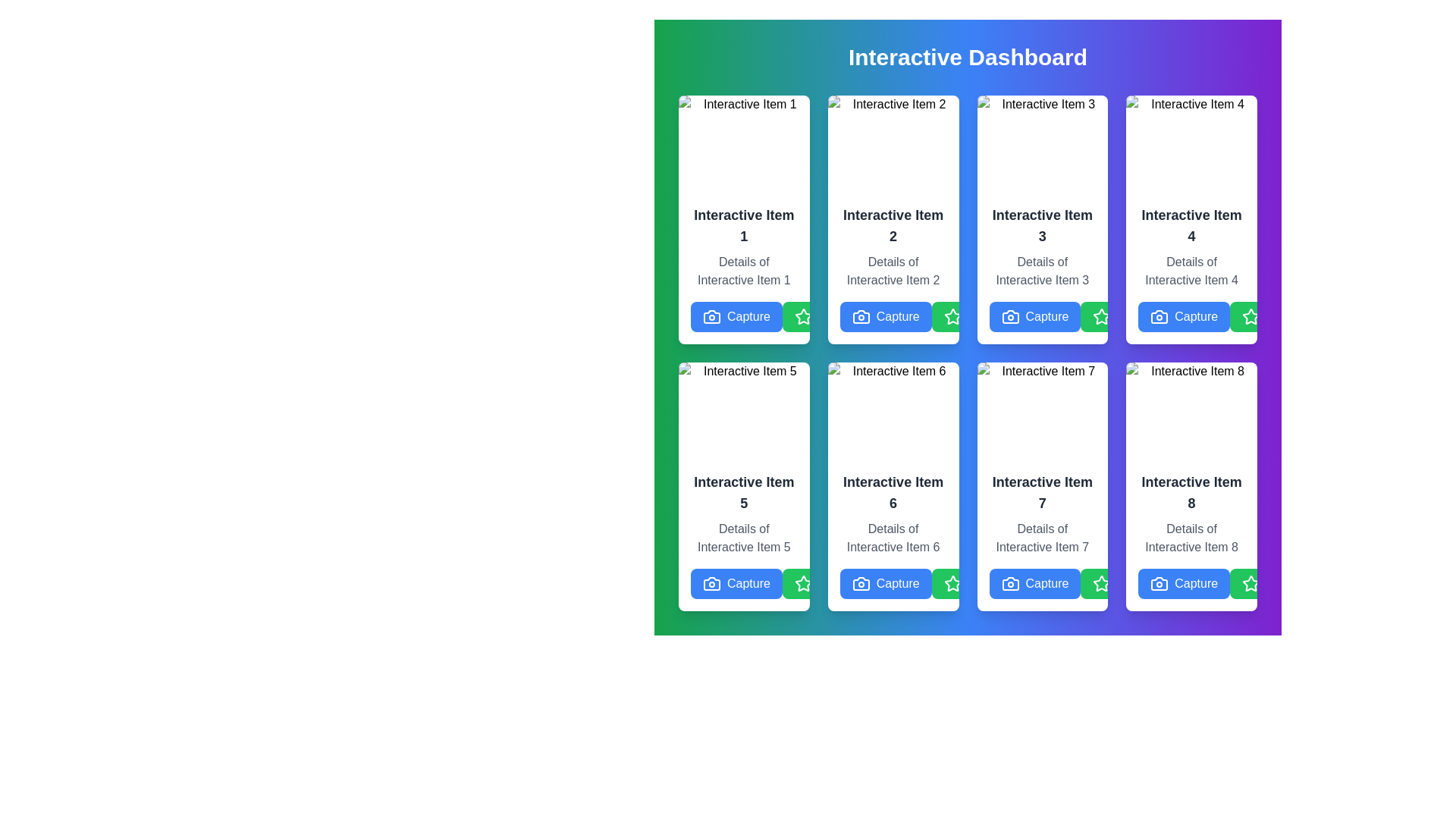  Describe the element at coordinates (1127, 315) in the screenshot. I see `the green 'Favorite' button with rounded corners, featuring white text and a star icon` at that location.